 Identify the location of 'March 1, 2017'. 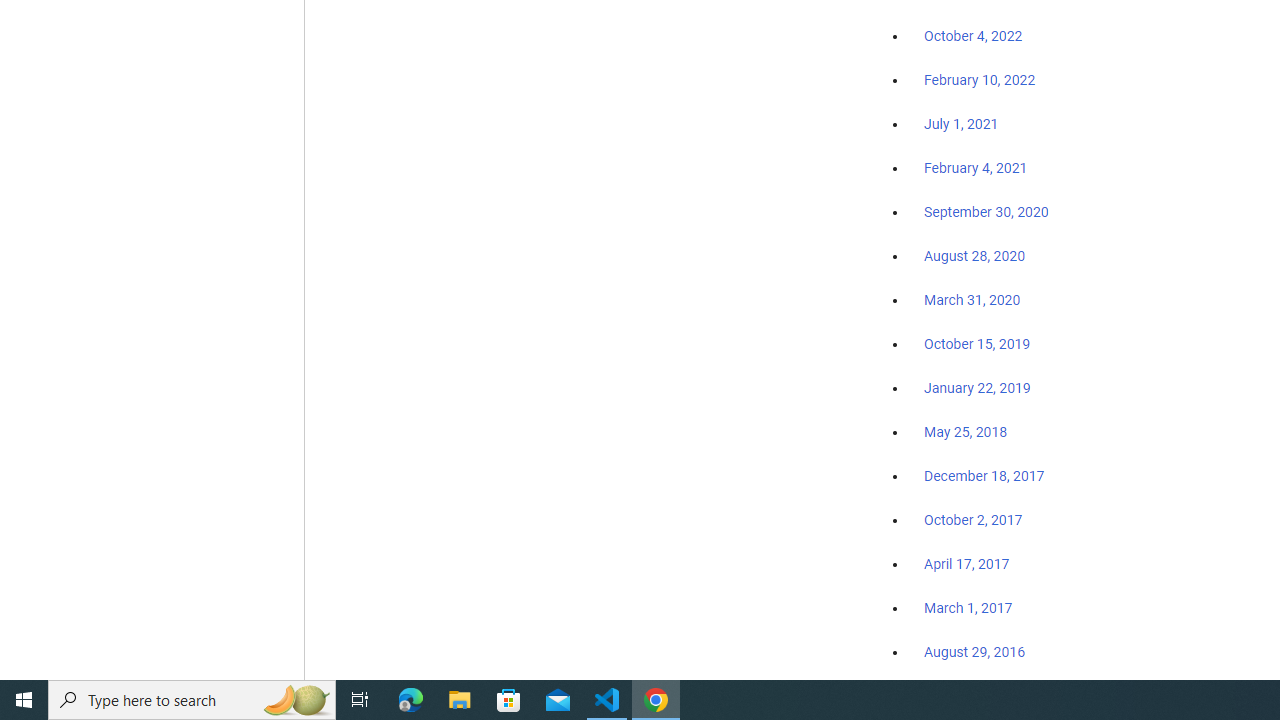
(968, 607).